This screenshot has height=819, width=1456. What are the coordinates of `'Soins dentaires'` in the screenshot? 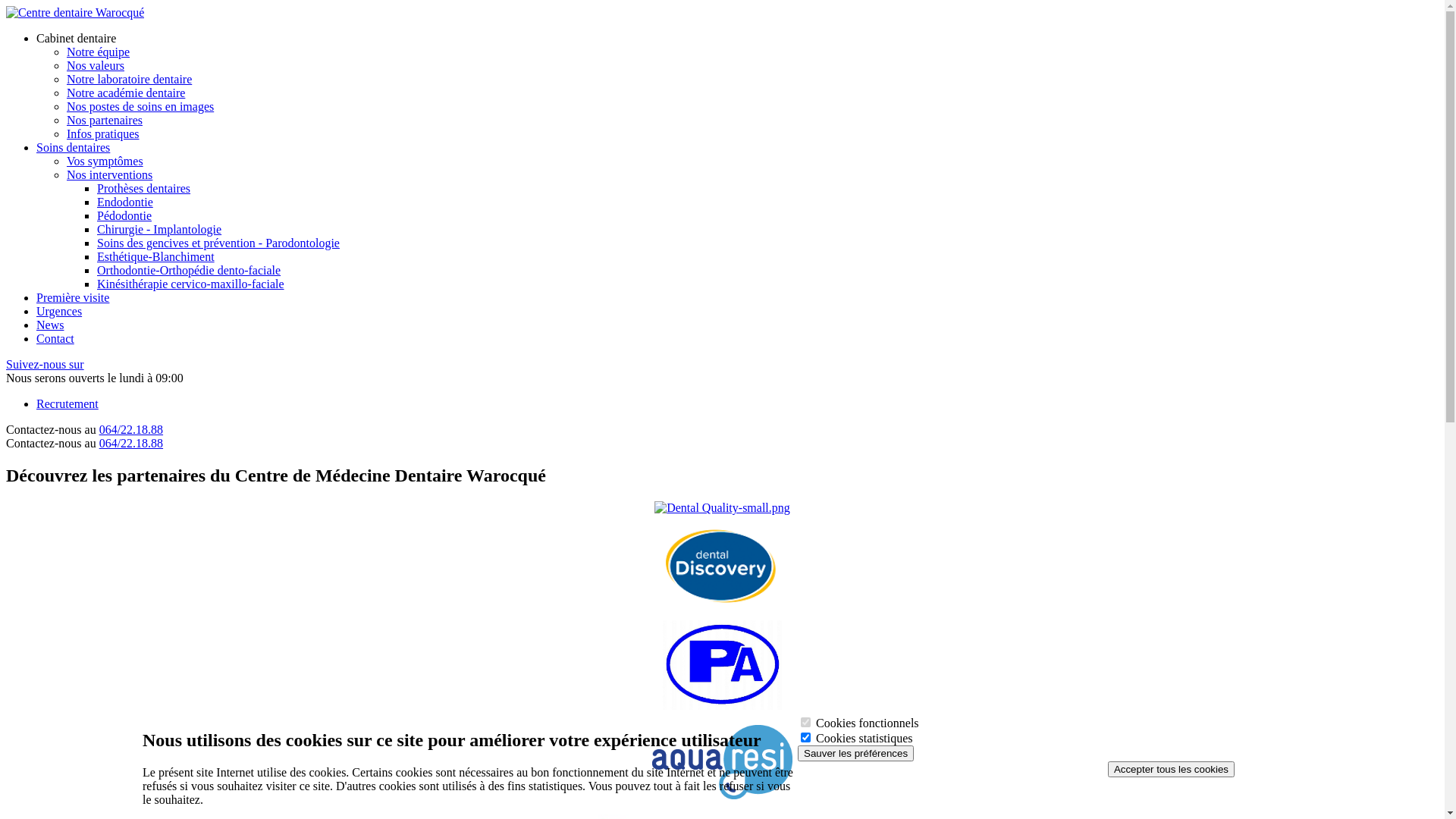 It's located at (72, 147).